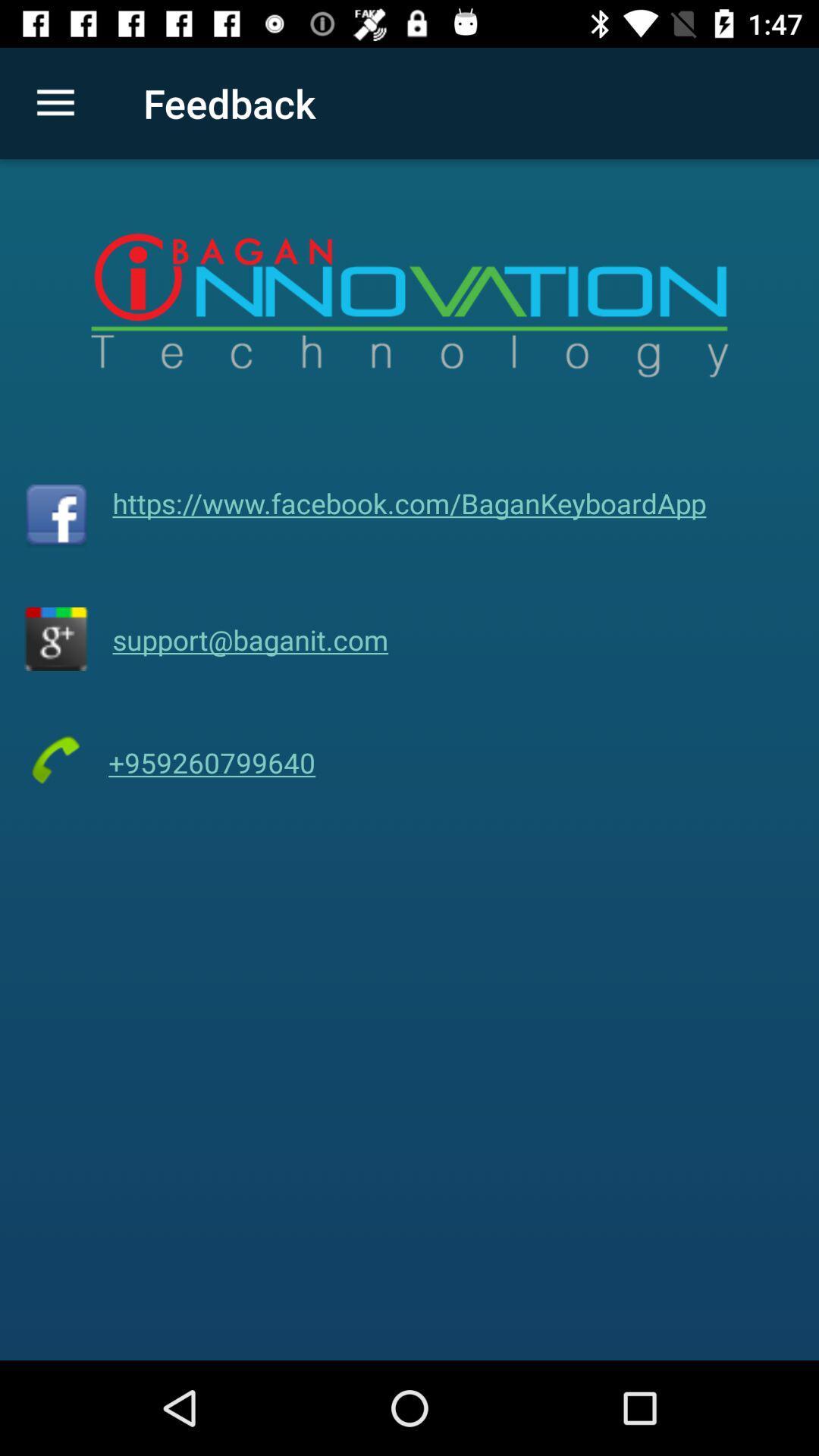 This screenshot has height=1456, width=819. Describe the element at coordinates (409, 503) in the screenshot. I see `the item above support@baganit.com item` at that location.